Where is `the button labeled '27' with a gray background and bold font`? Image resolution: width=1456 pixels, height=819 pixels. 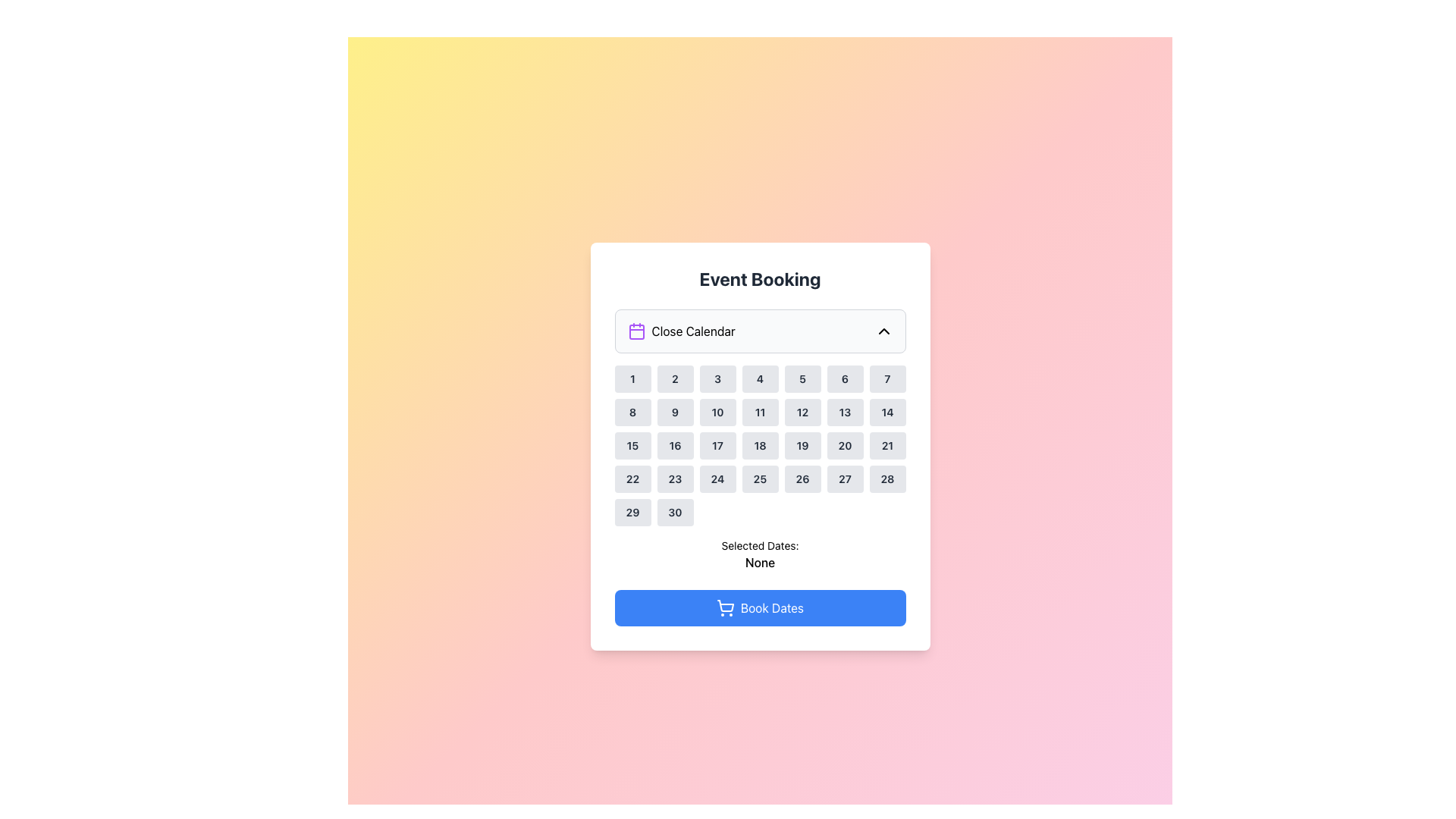 the button labeled '27' with a gray background and bold font is located at coordinates (844, 479).